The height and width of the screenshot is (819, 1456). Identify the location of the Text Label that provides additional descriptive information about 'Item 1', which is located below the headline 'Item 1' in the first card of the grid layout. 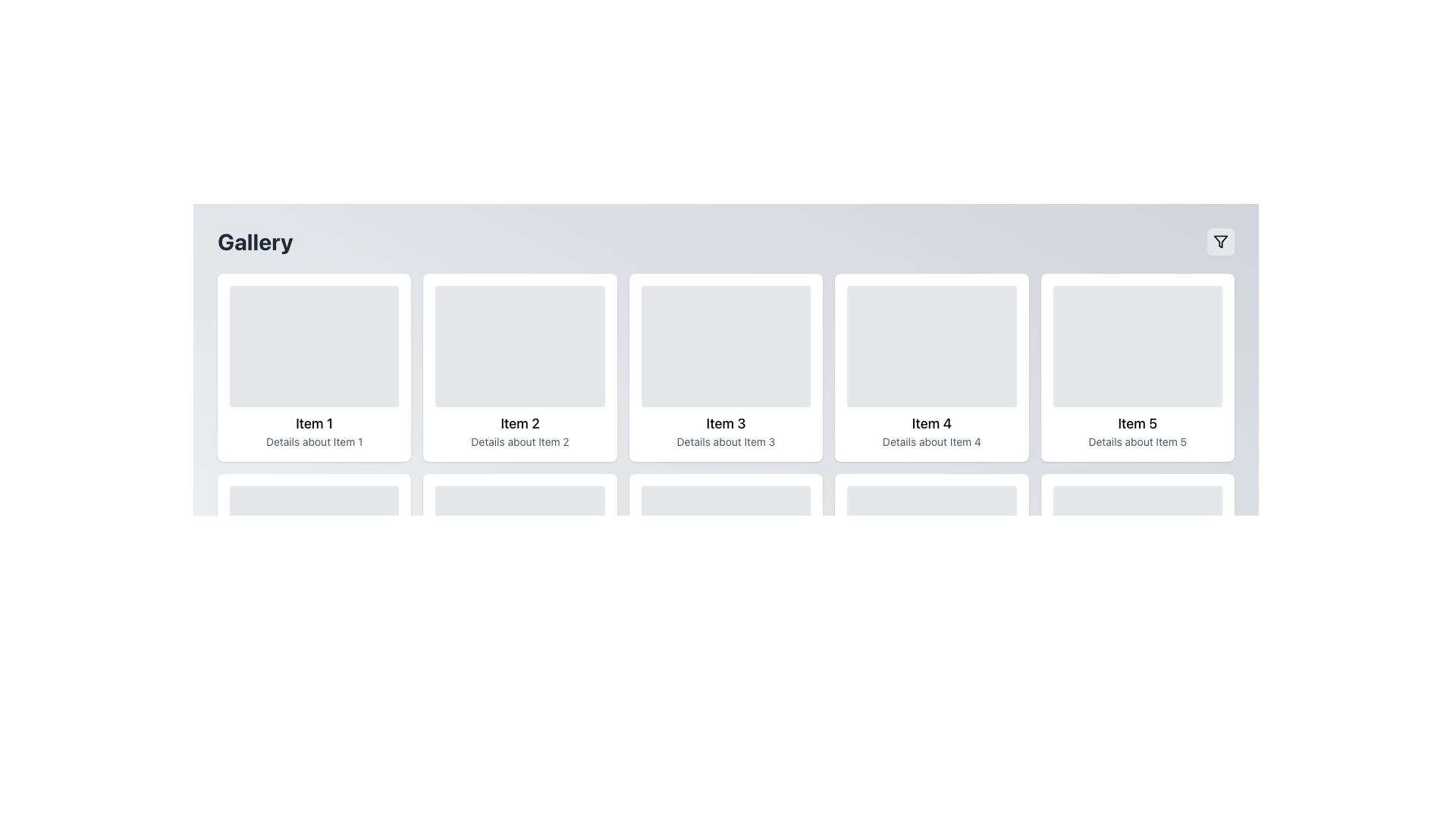
(313, 441).